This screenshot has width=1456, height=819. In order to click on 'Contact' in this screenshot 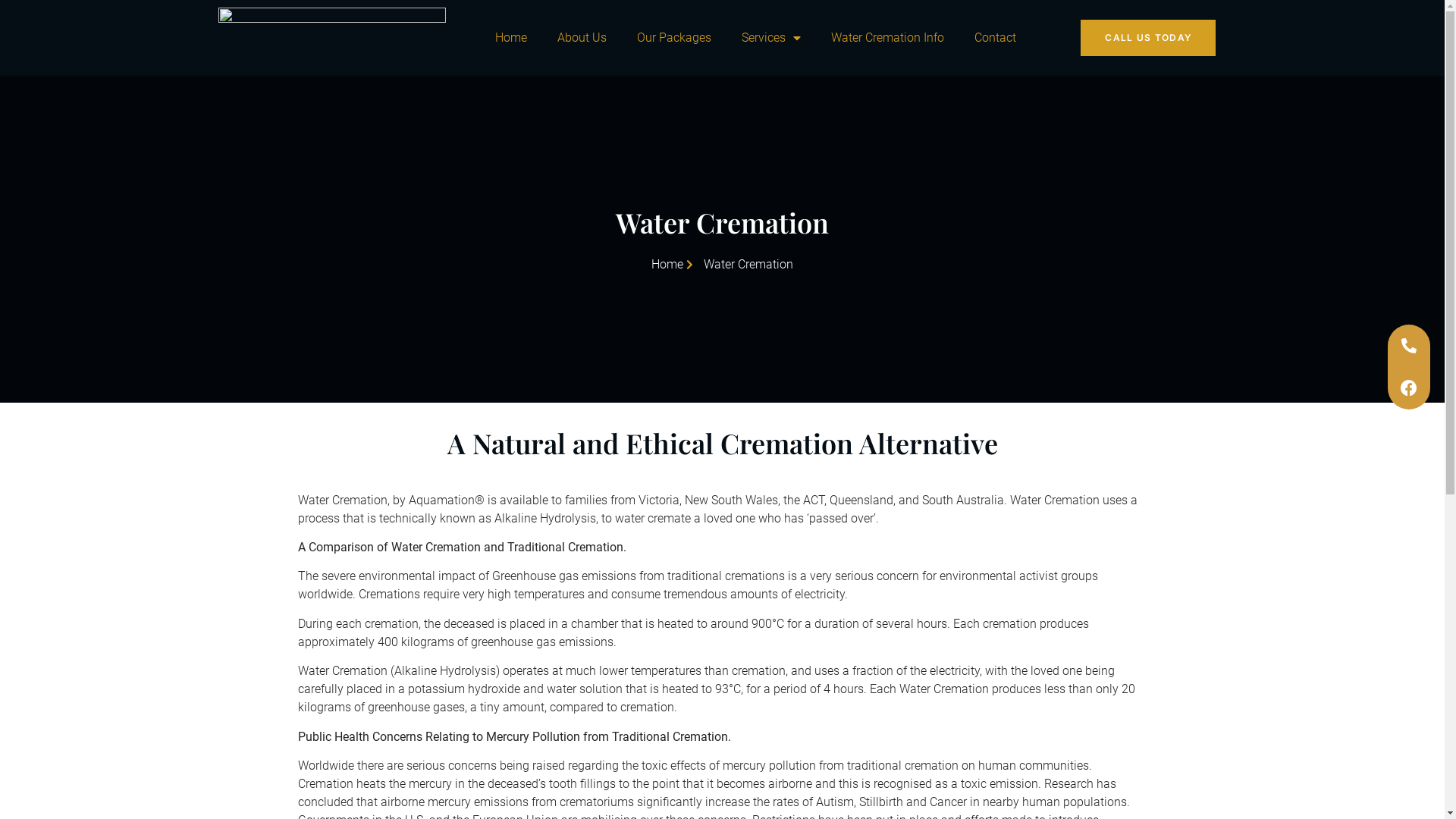, I will do `click(995, 37)`.